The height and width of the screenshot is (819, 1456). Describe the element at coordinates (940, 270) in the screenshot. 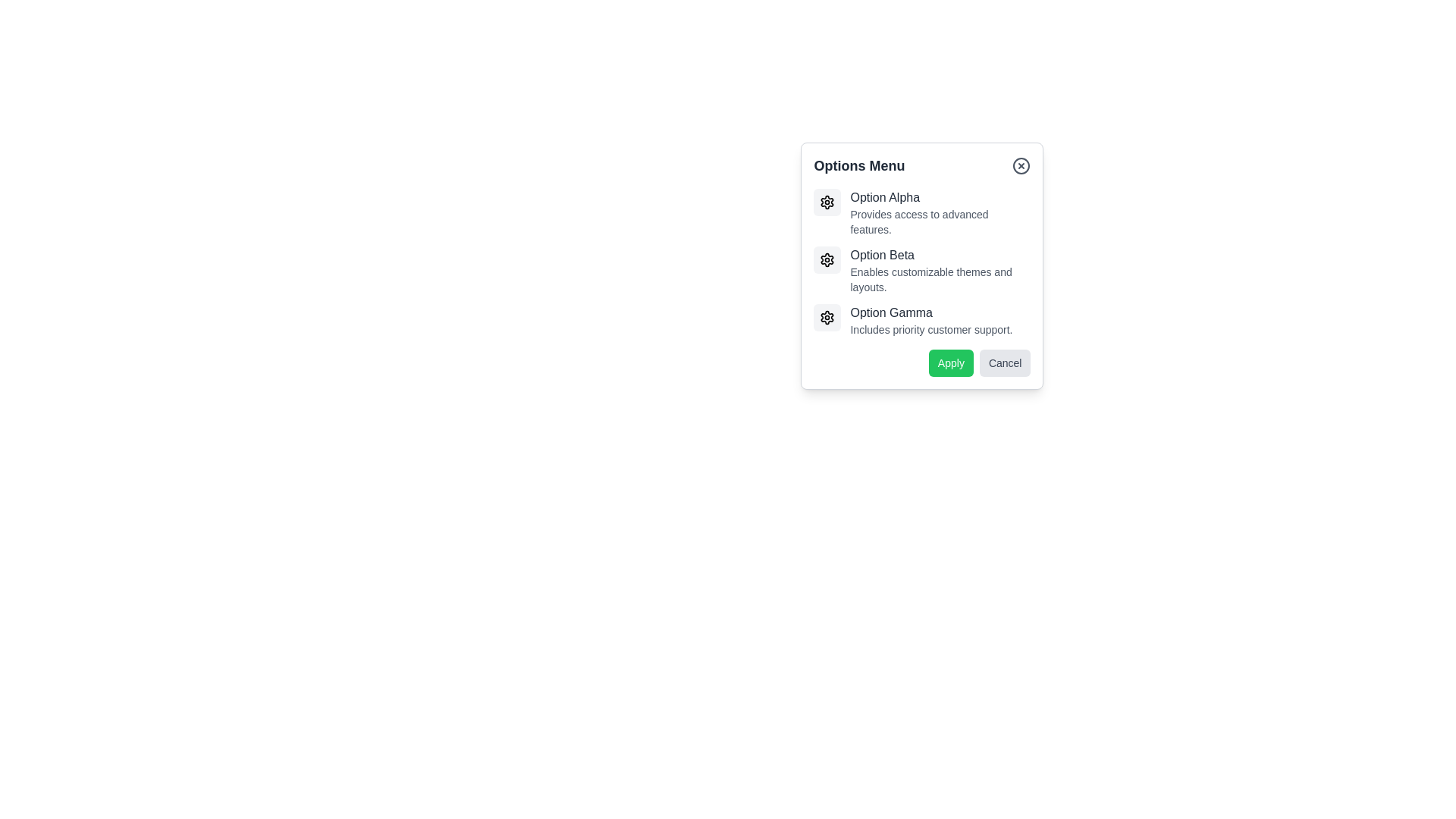

I see `the second selectable menu item labeled 'Option Beta'` at that location.